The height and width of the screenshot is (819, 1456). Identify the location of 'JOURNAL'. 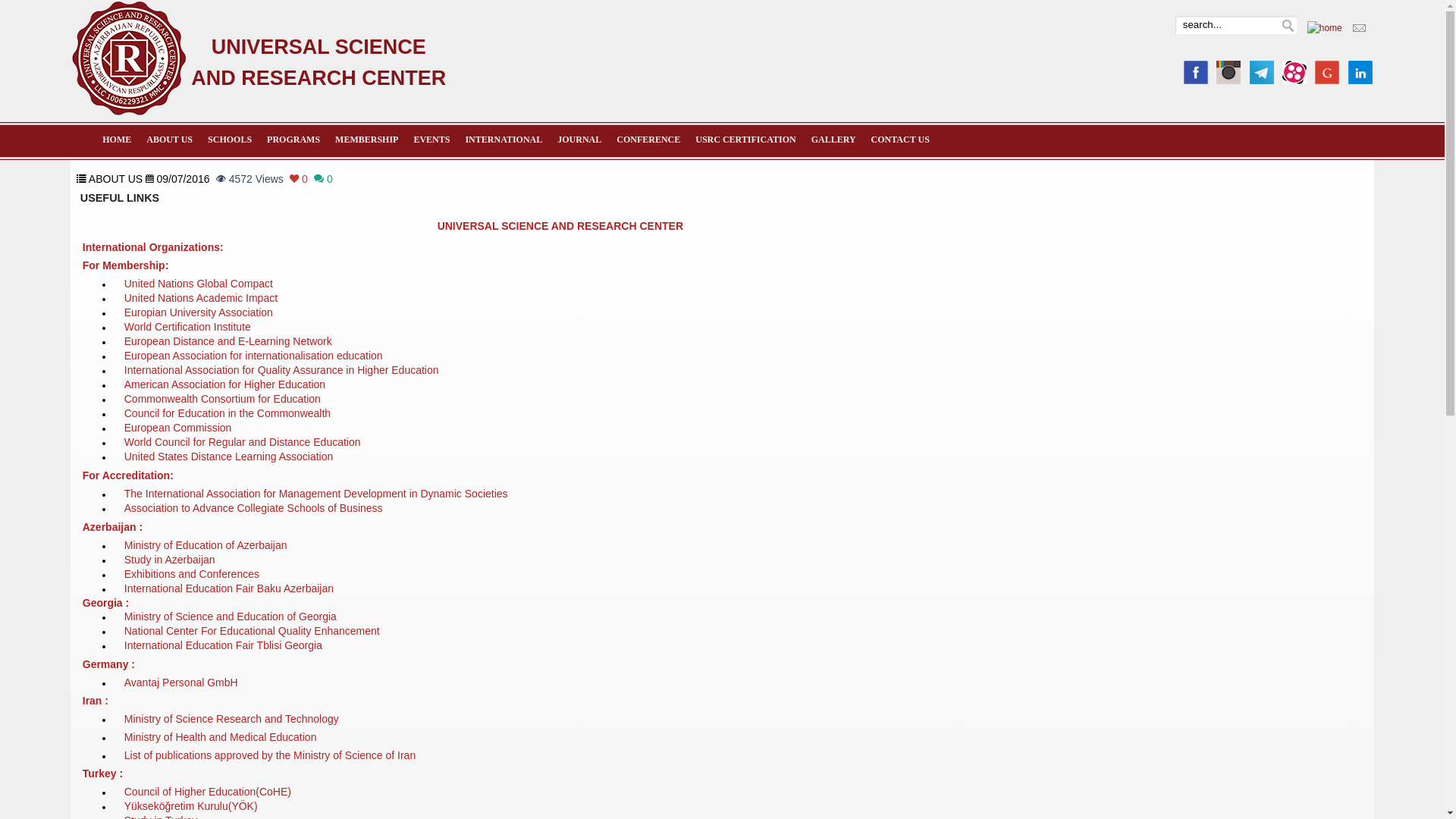
(578, 140).